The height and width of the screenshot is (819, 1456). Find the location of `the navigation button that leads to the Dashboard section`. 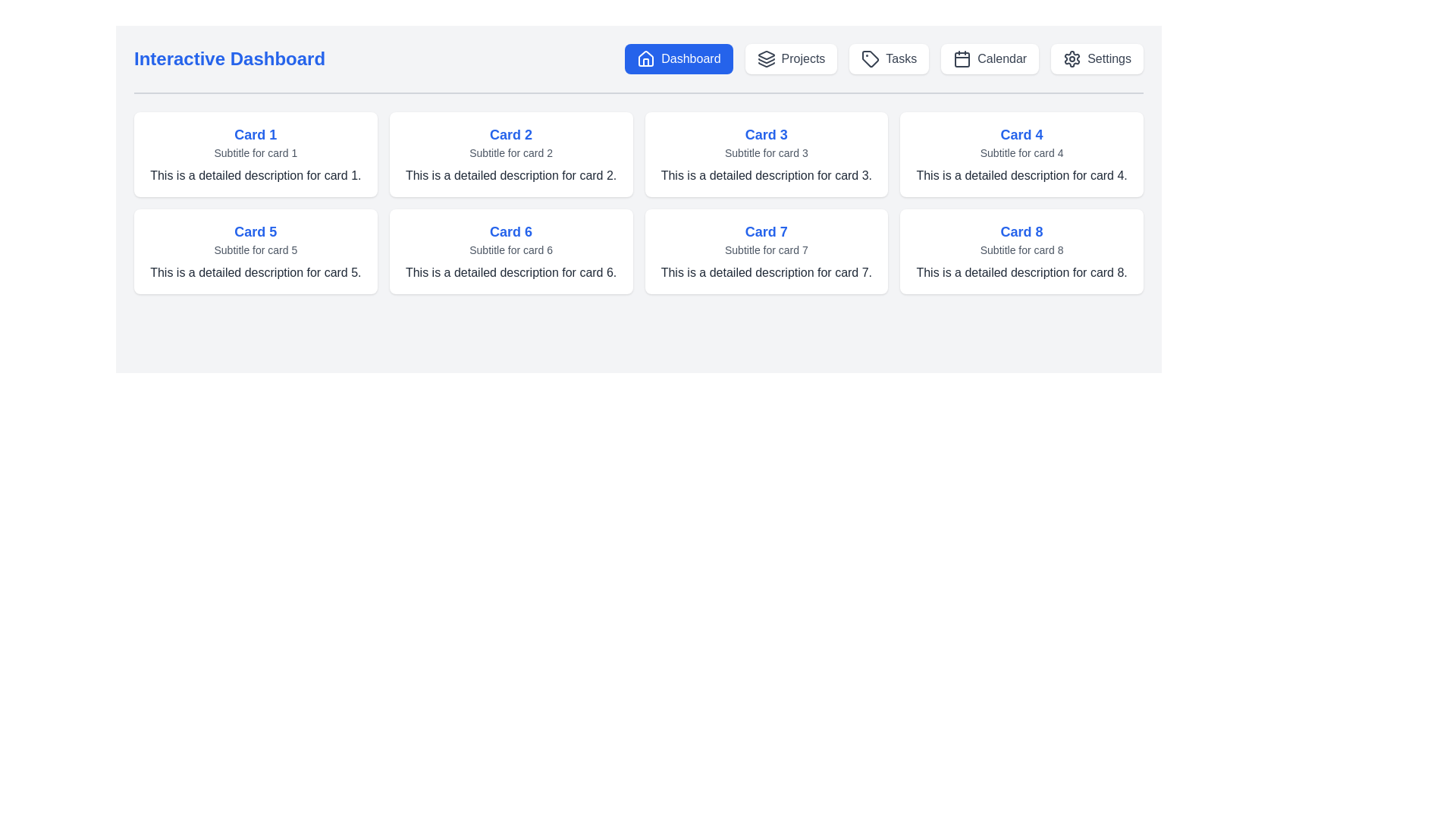

the navigation button that leads to the Dashboard section is located at coordinates (678, 58).